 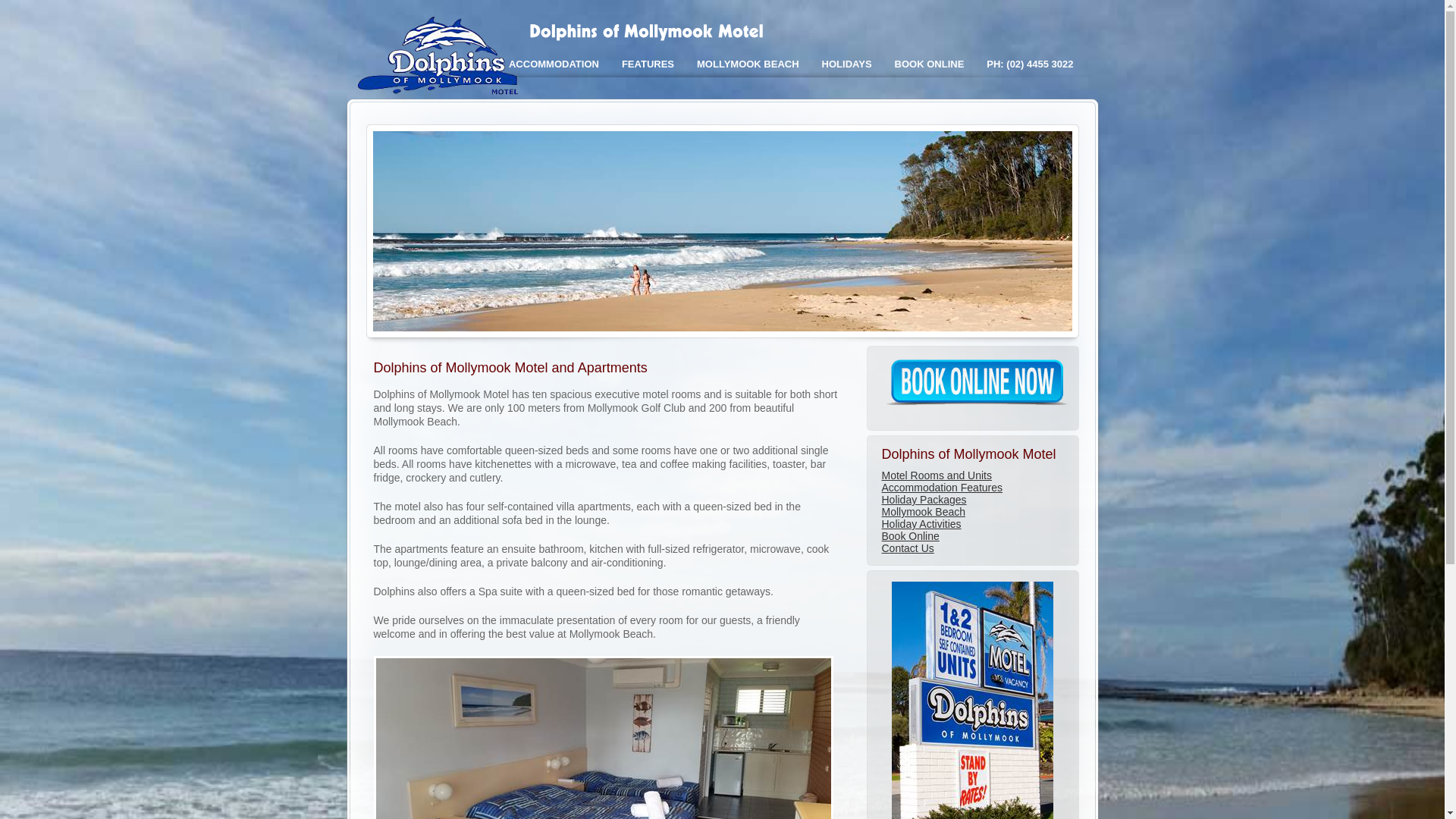 I want to click on 'Motel Rooms and Units', so click(x=935, y=475).